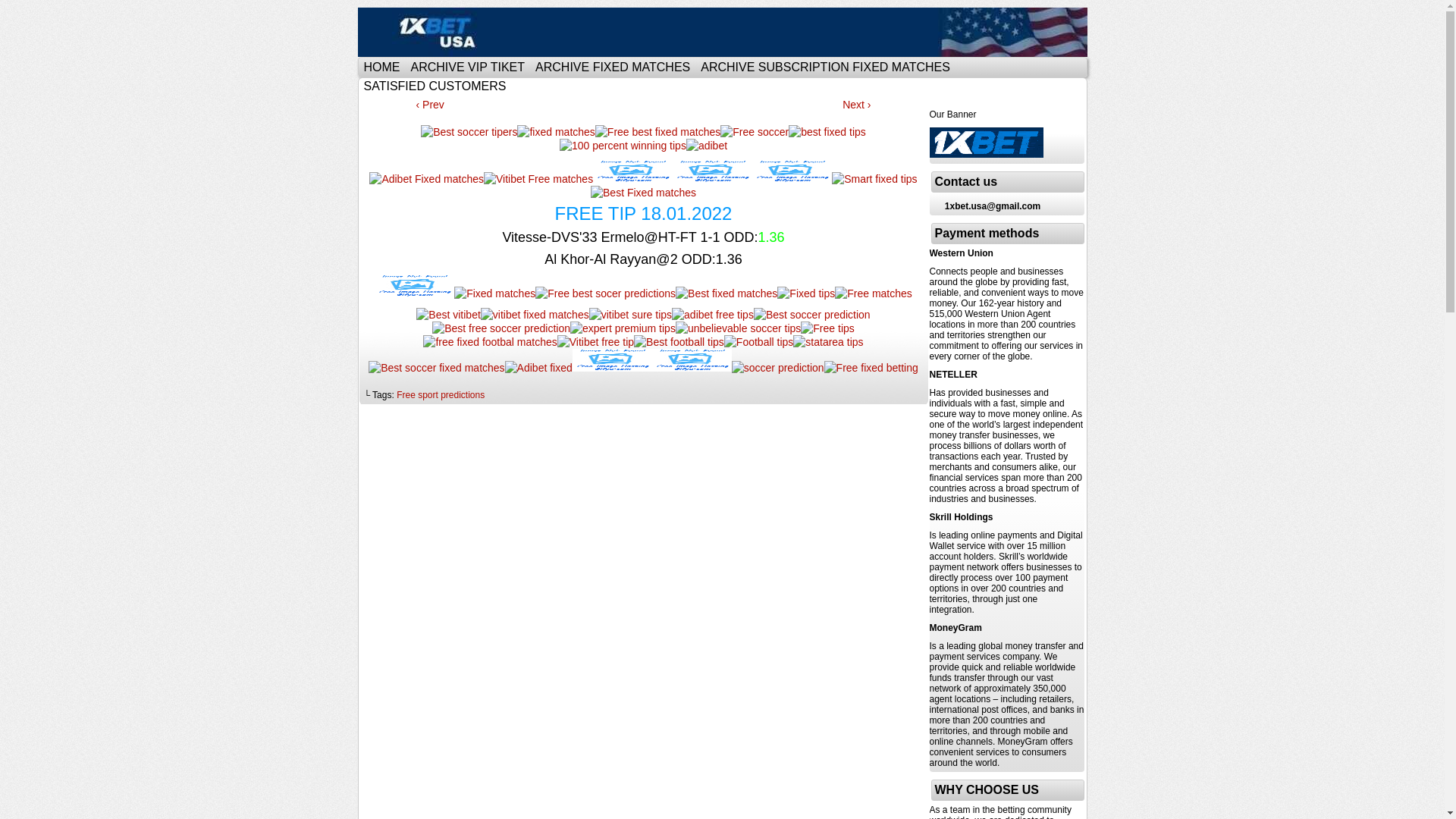 Image resolution: width=1456 pixels, height=819 pixels. Describe the element at coordinates (381, 66) in the screenshot. I see `'HOME'` at that location.